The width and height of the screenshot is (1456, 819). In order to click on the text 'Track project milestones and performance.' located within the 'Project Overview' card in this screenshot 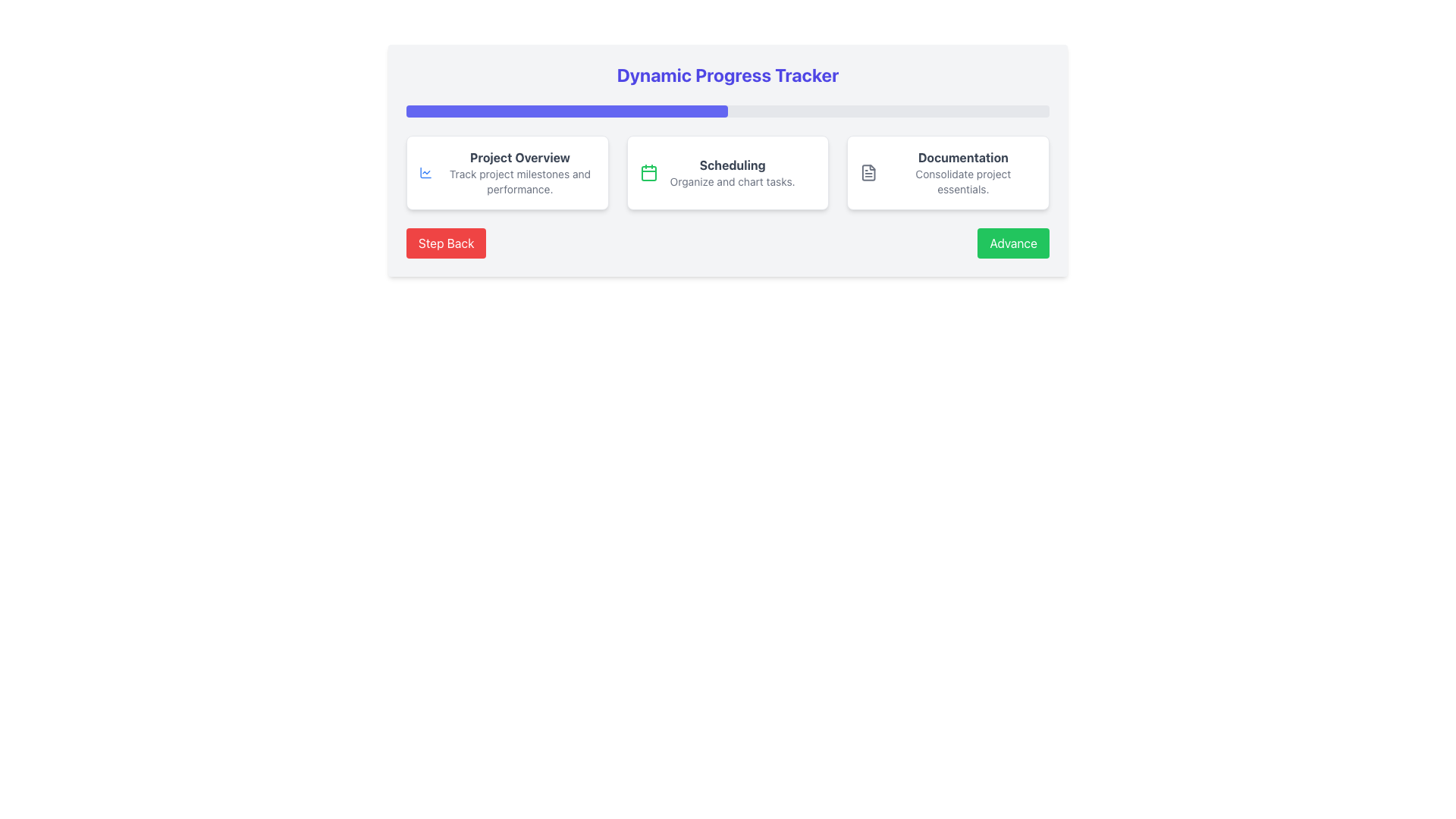, I will do `click(520, 180)`.